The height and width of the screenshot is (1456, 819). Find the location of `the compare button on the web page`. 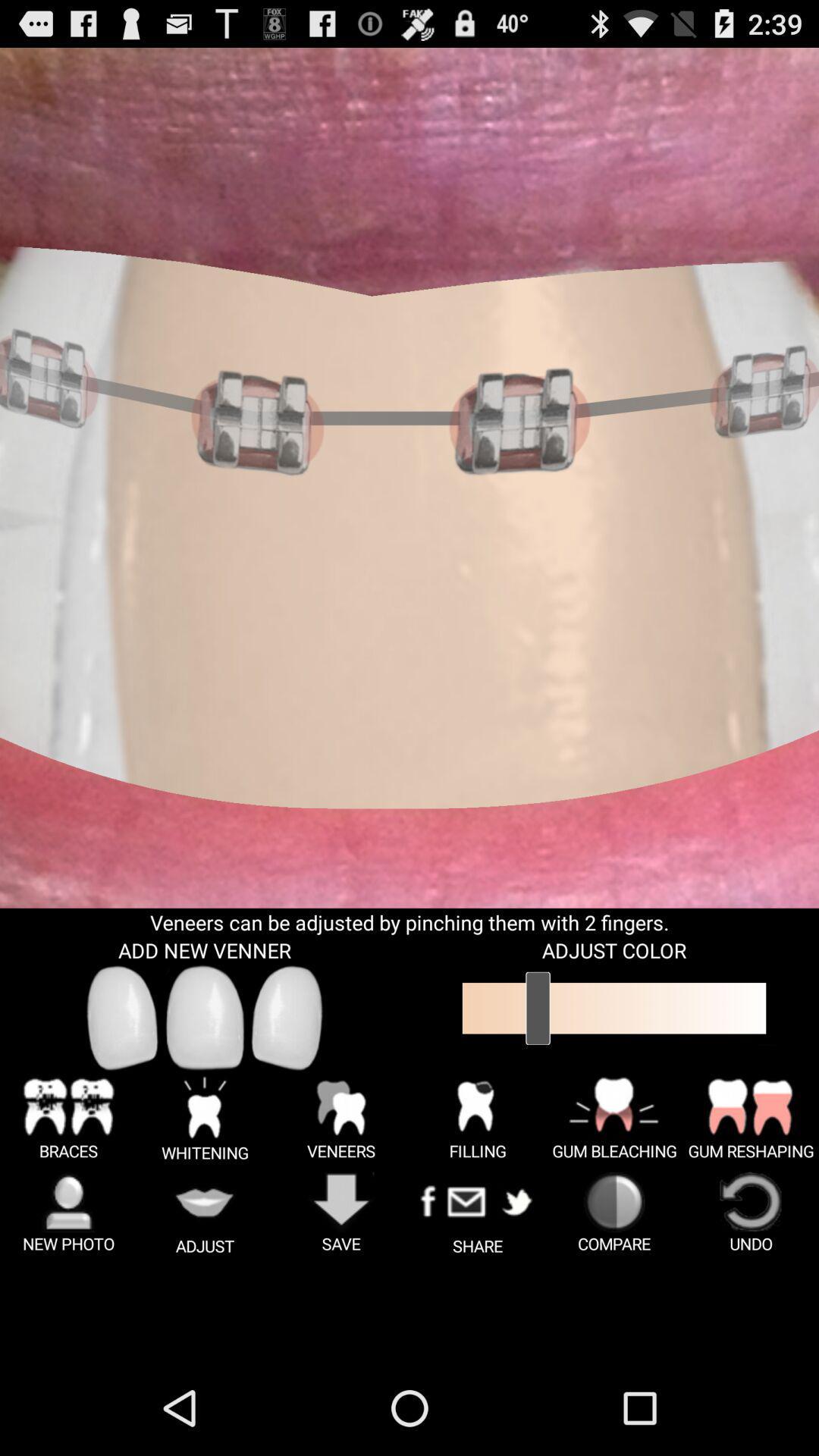

the compare button on the web page is located at coordinates (614, 1213).